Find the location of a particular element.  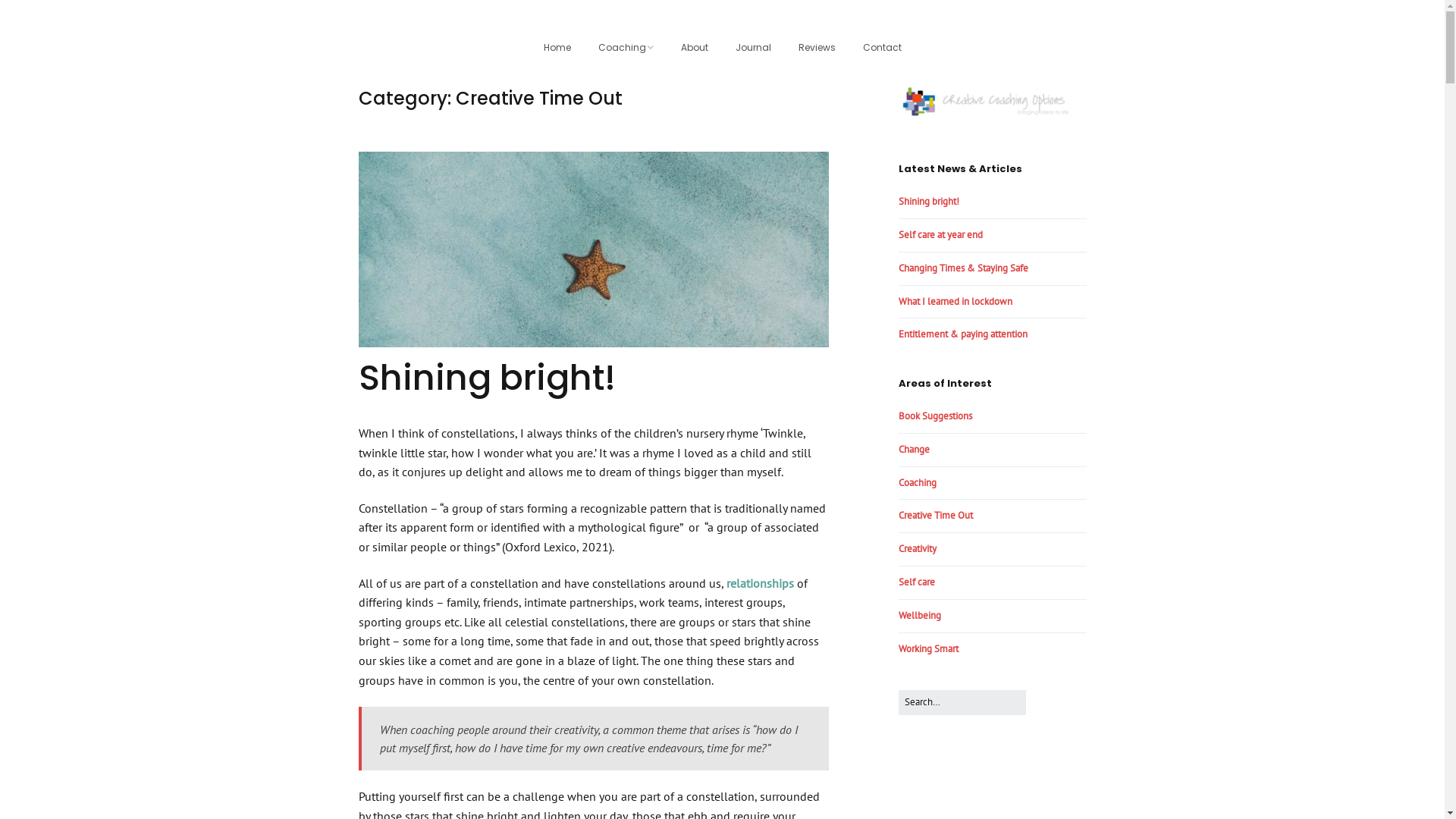

'Press Enter to submit your search' is located at coordinates (898, 702).